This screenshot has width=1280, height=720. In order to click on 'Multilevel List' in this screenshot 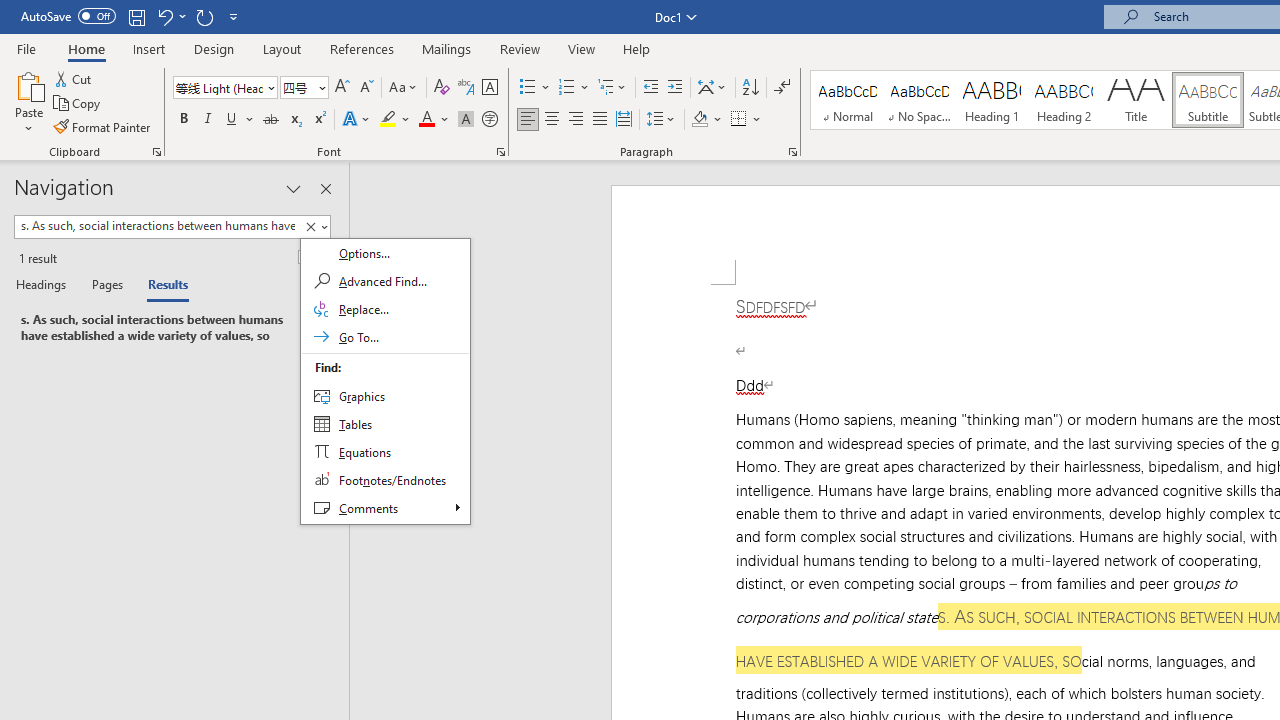, I will do `click(612, 86)`.